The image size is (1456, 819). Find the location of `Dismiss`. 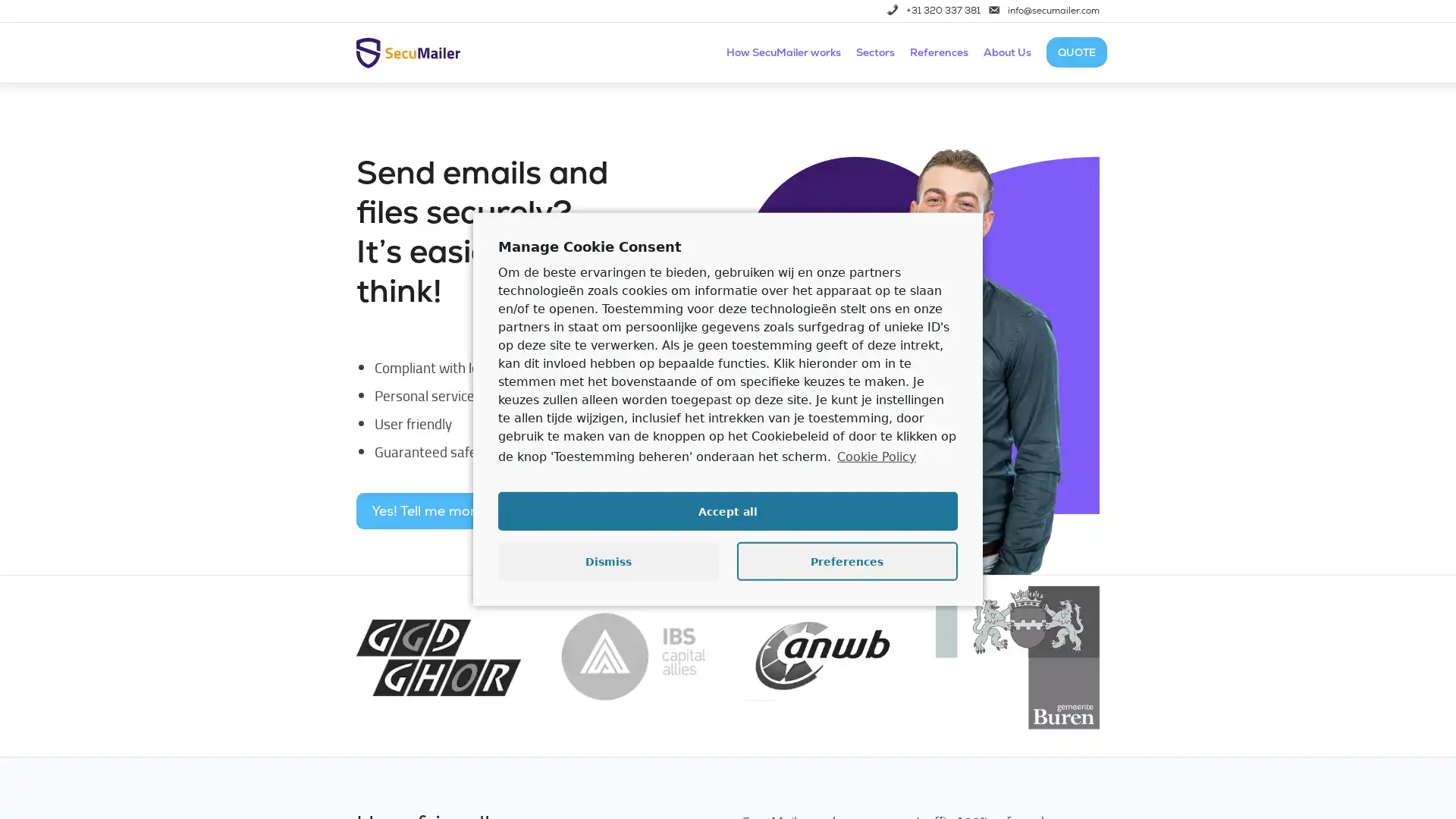

Dismiss is located at coordinates (608, 561).